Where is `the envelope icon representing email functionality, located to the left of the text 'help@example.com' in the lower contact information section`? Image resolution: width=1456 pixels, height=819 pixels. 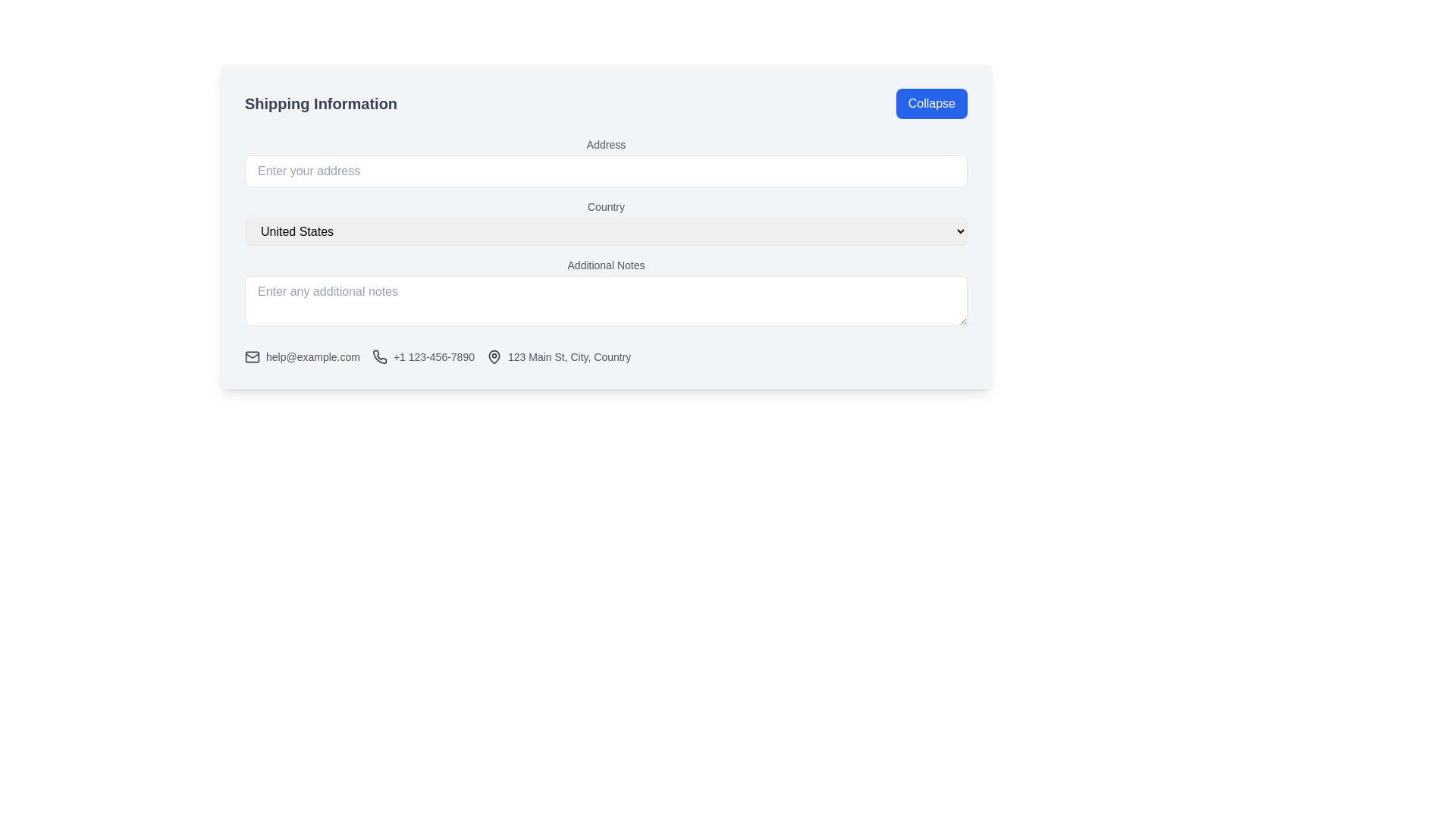
the envelope icon representing email functionality, located to the left of the text 'help@example.com' in the lower contact information section is located at coordinates (252, 356).